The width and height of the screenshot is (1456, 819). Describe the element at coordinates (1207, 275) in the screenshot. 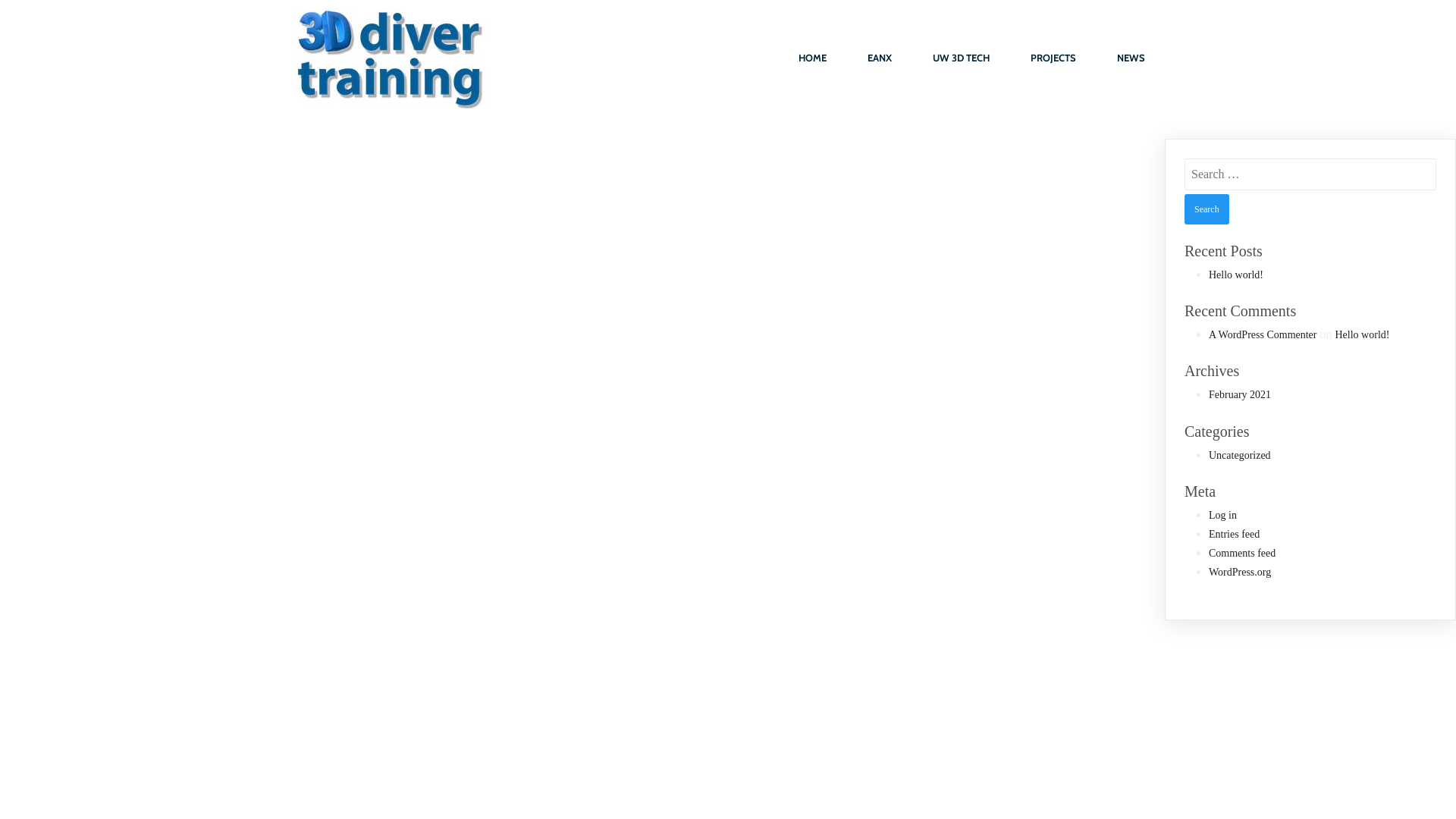

I see `'Hello world!'` at that location.